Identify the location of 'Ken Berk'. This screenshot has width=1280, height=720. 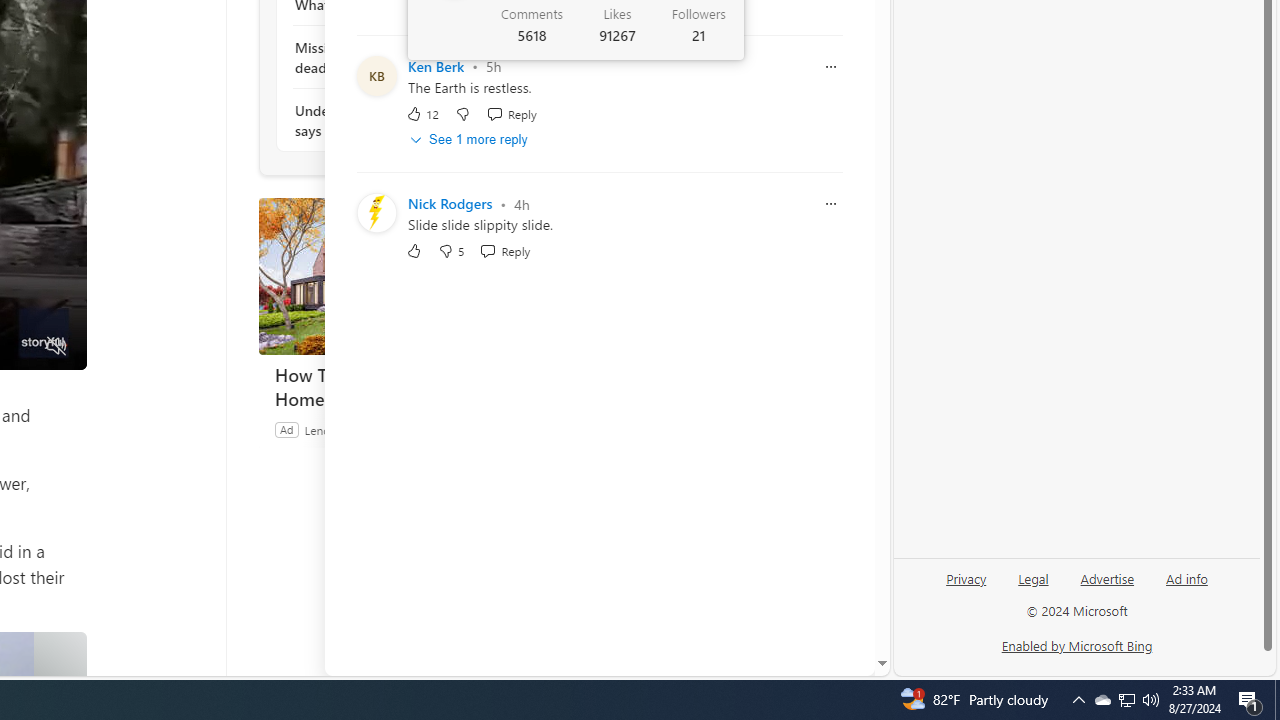
(435, 65).